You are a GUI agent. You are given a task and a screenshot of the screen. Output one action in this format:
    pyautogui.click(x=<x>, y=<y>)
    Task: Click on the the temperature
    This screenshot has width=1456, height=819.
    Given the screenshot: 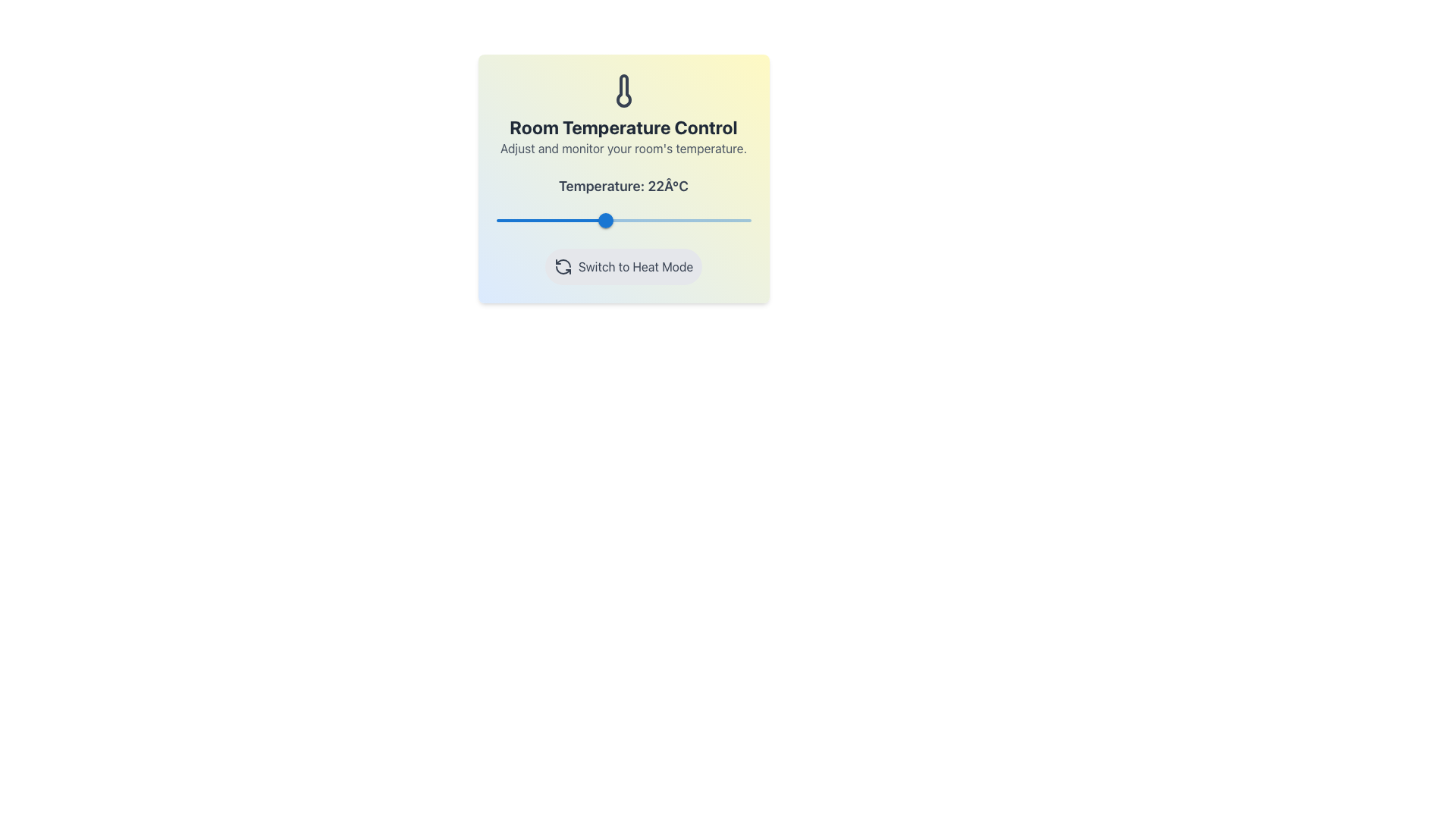 What is the action you would take?
    pyautogui.click(x=603, y=220)
    